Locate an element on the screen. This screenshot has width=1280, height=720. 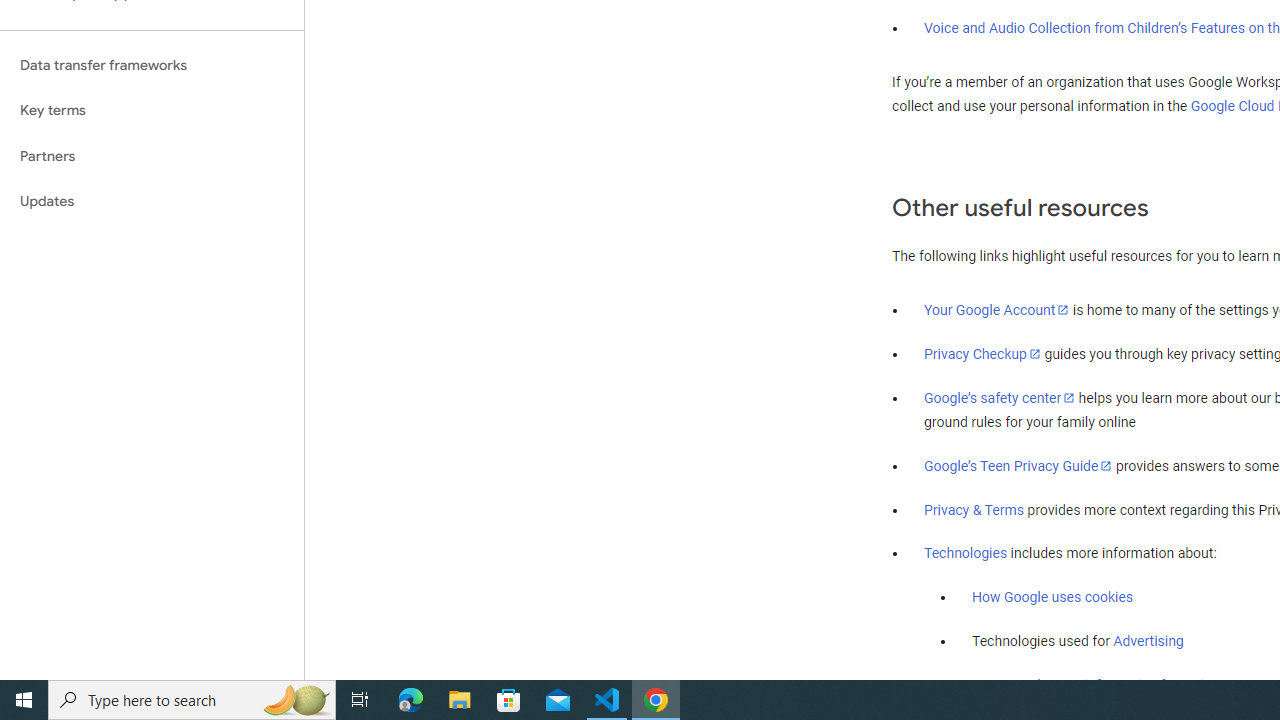
'How Google uses cookies' is located at coordinates (1051, 596).